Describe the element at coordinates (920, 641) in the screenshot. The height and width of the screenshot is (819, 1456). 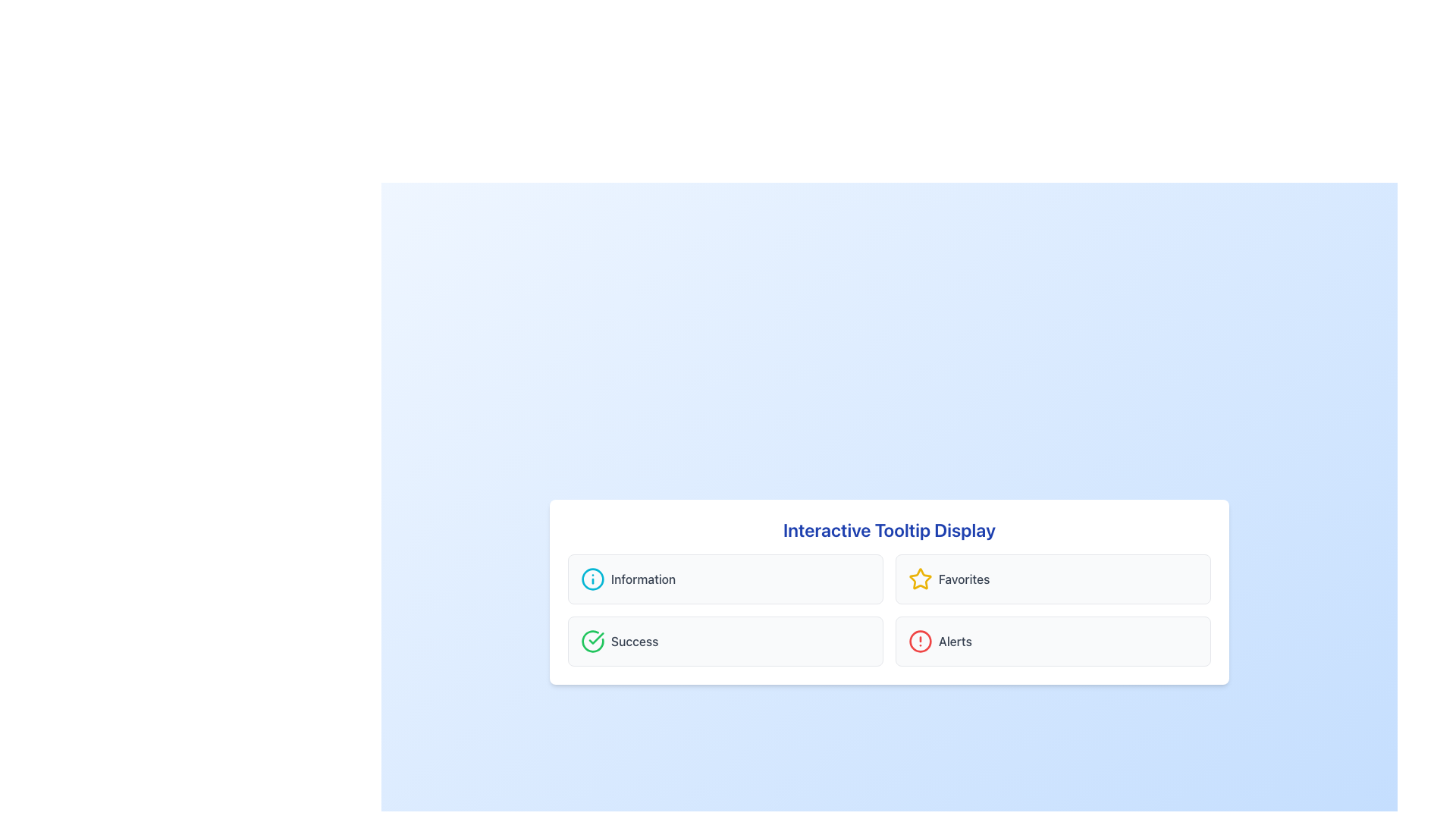
I see `the alert icon located in the bottom-right section of the grid layout` at that location.